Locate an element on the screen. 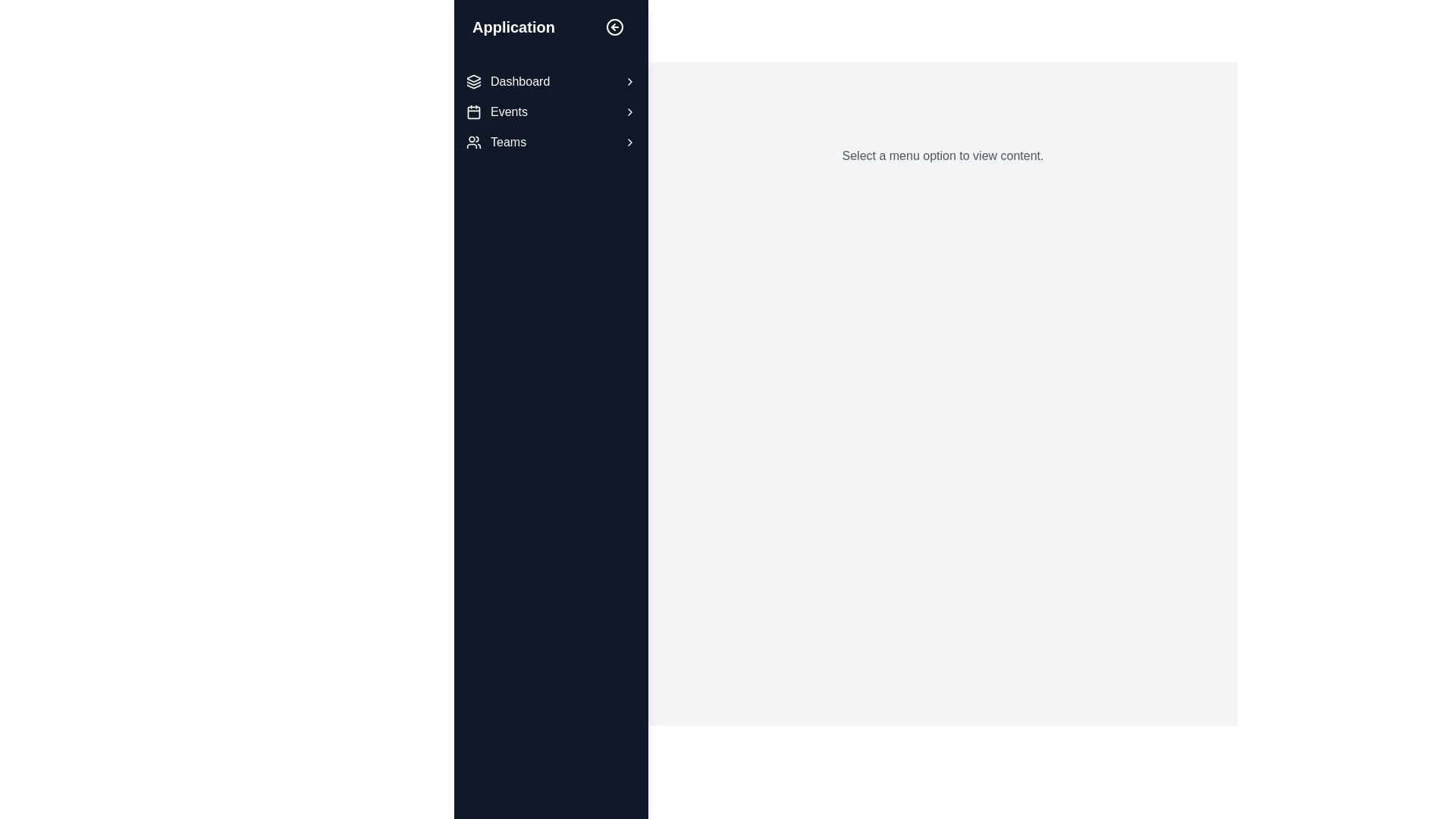 Image resolution: width=1456 pixels, height=819 pixels. the calendar icon located in the 'Events' menu option in the left-hand sidebar navigation menu is located at coordinates (472, 111).